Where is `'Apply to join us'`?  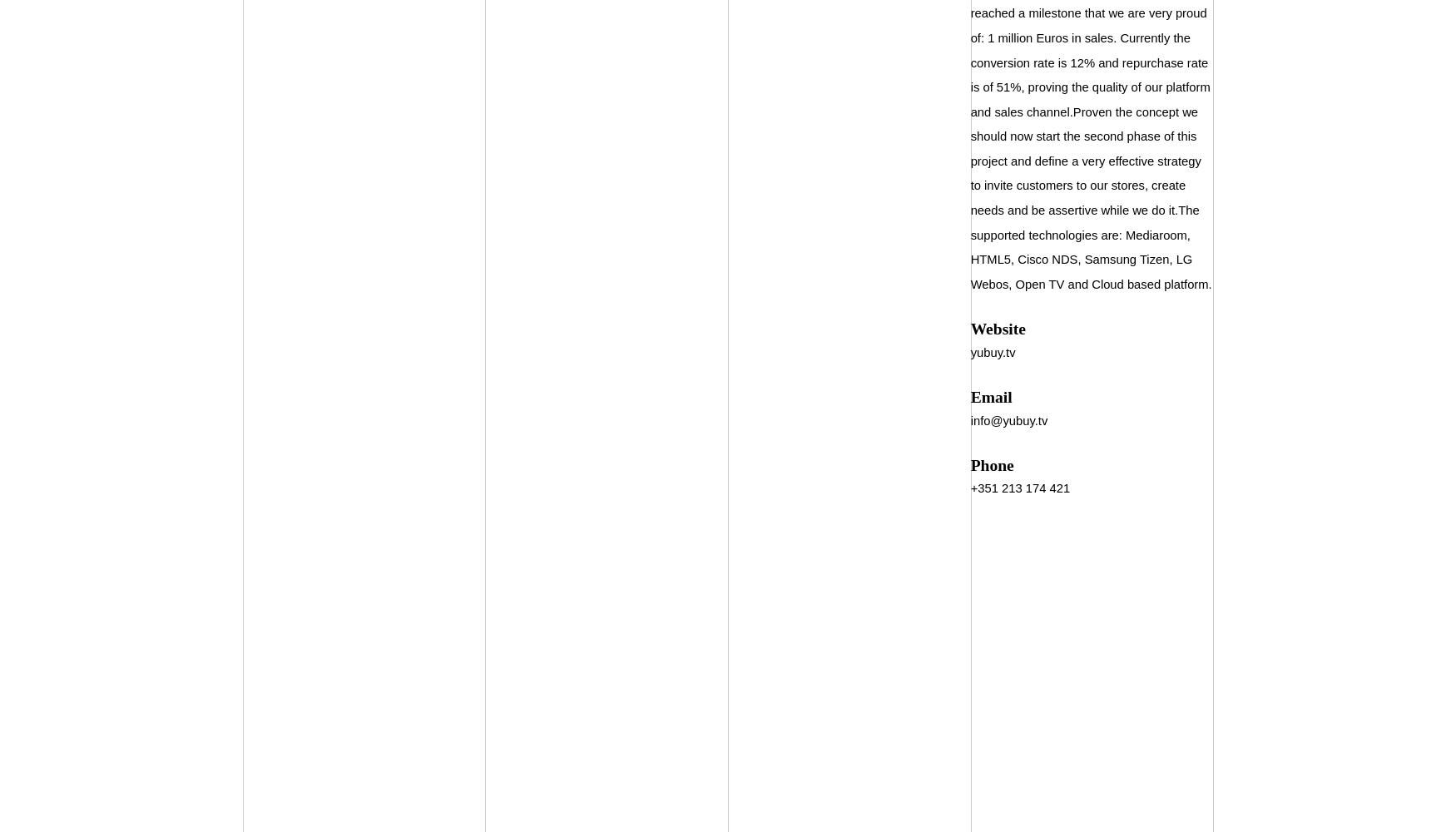 'Apply to join us' is located at coordinates (592, 60).